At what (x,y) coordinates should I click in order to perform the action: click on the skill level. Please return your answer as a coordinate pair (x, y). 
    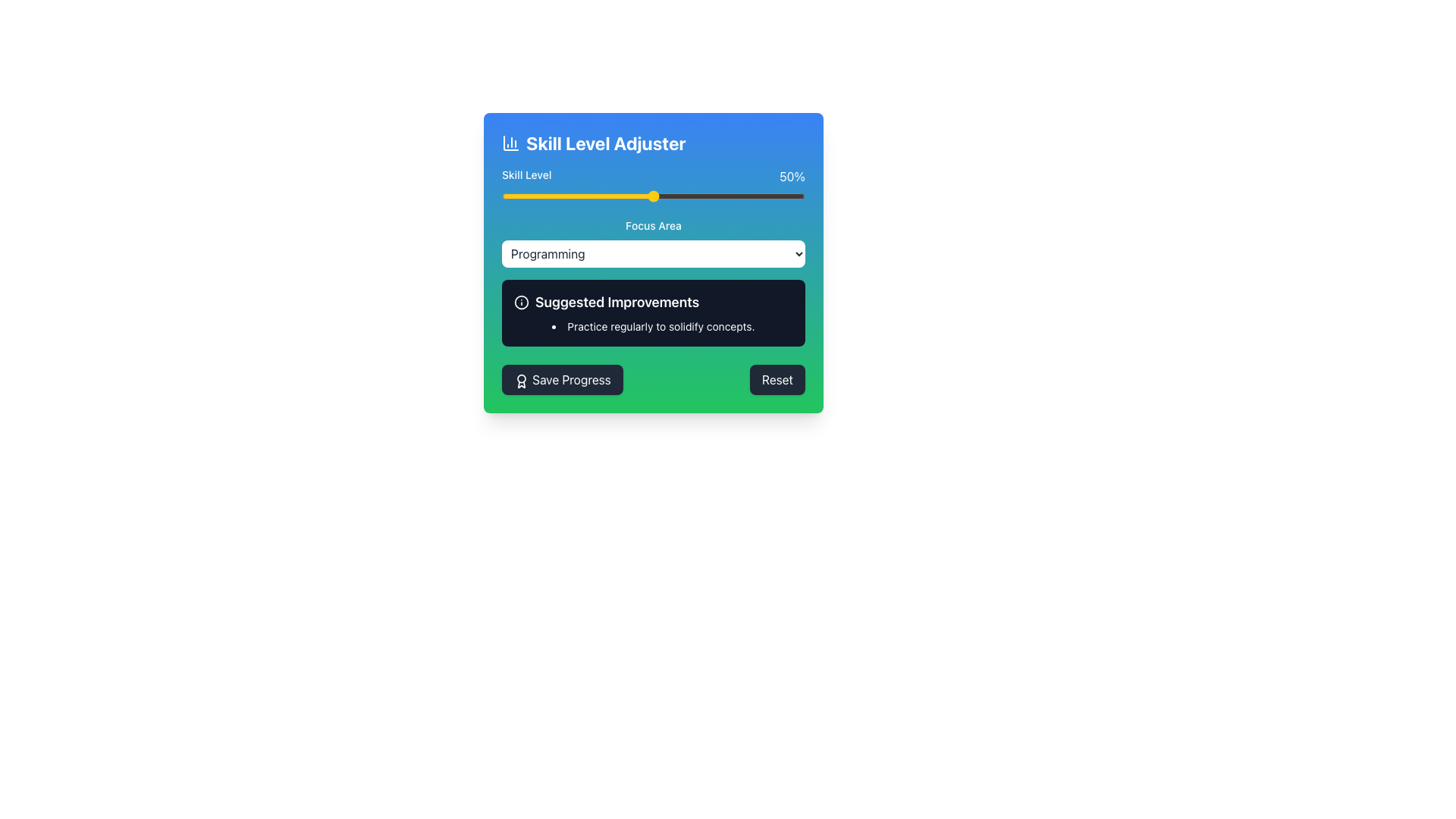
    Looking at the image, I should click on (516, 195).